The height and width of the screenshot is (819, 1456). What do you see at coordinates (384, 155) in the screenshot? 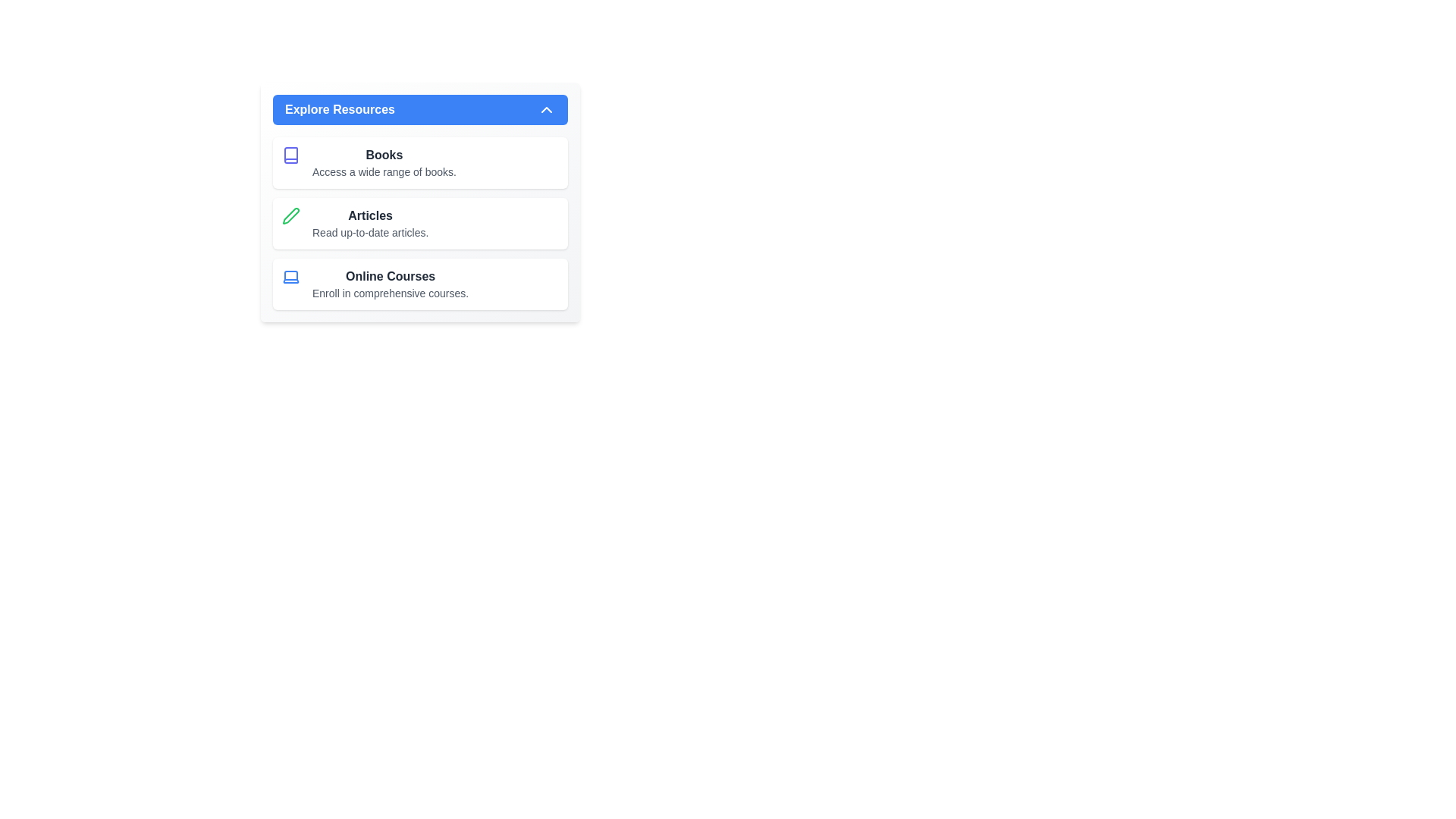
I see `the Text Label (Header) for the 'Books' resource category, which is positioned above the description 'Access a wide range of books.'` at bounding box center [384, 155].